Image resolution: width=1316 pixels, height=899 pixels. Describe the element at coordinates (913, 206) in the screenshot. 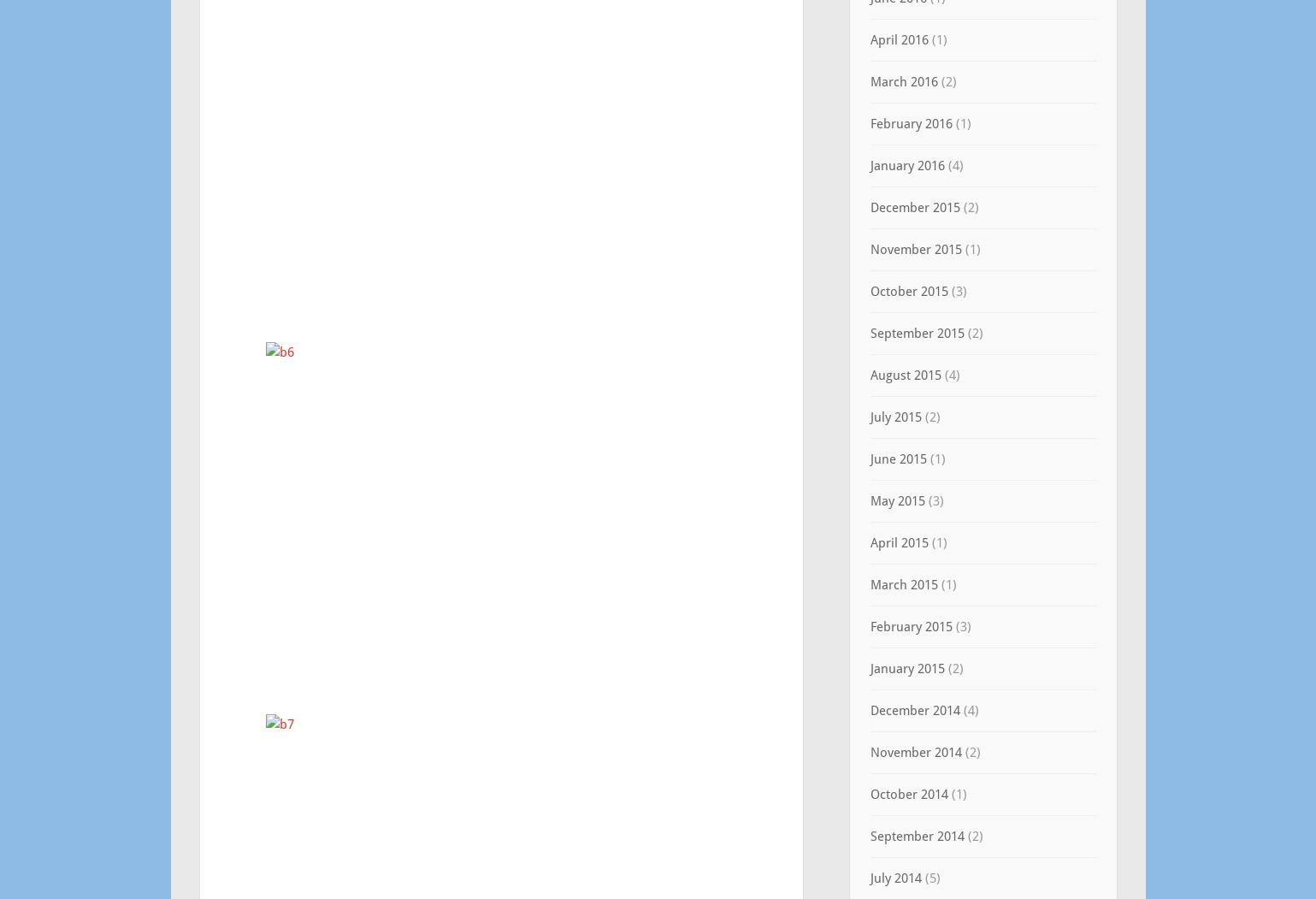

I see `'December 2015'` at that location.